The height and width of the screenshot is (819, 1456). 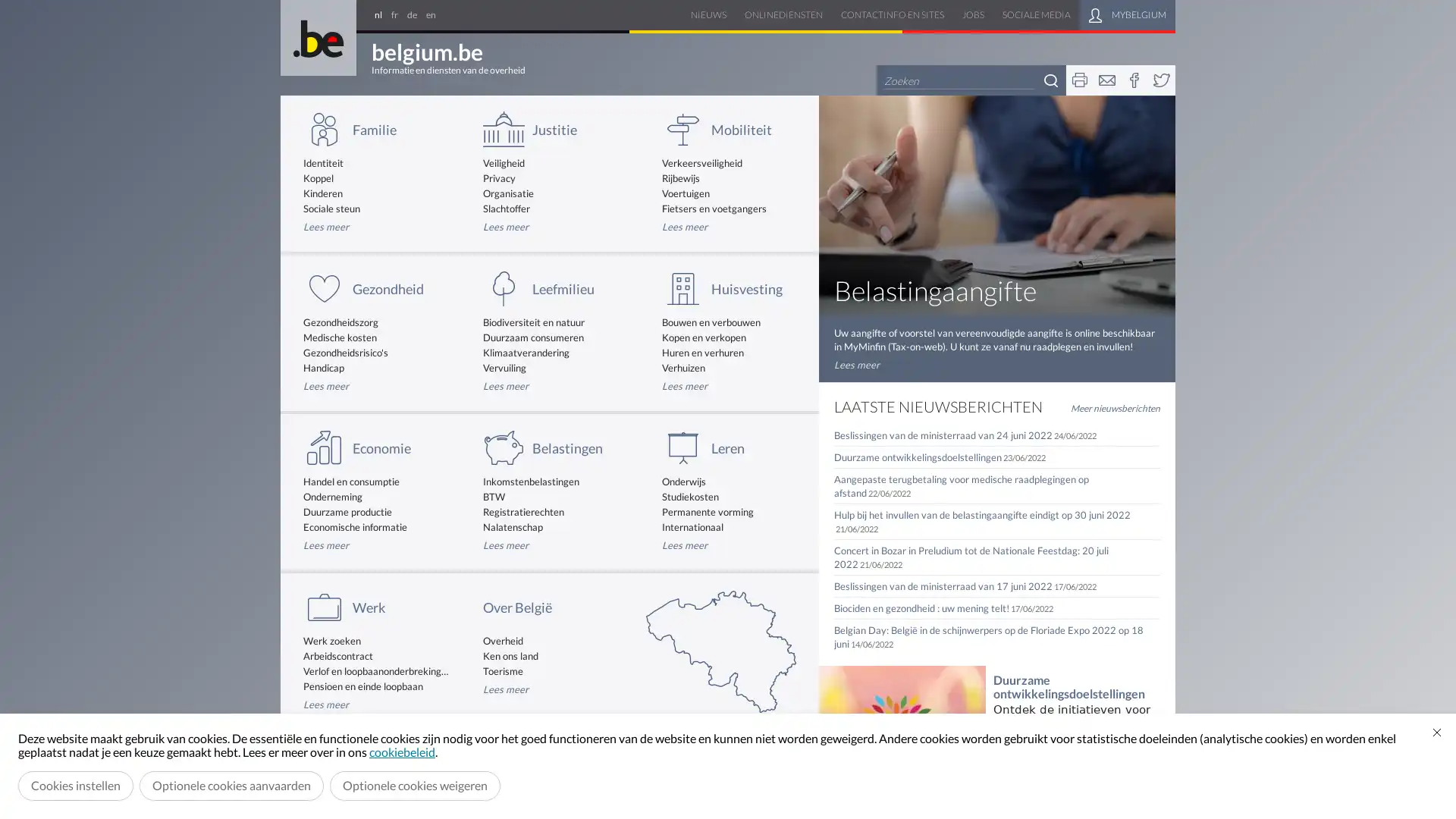 I want to click on Sluiten, so click(x=1436, y=731).